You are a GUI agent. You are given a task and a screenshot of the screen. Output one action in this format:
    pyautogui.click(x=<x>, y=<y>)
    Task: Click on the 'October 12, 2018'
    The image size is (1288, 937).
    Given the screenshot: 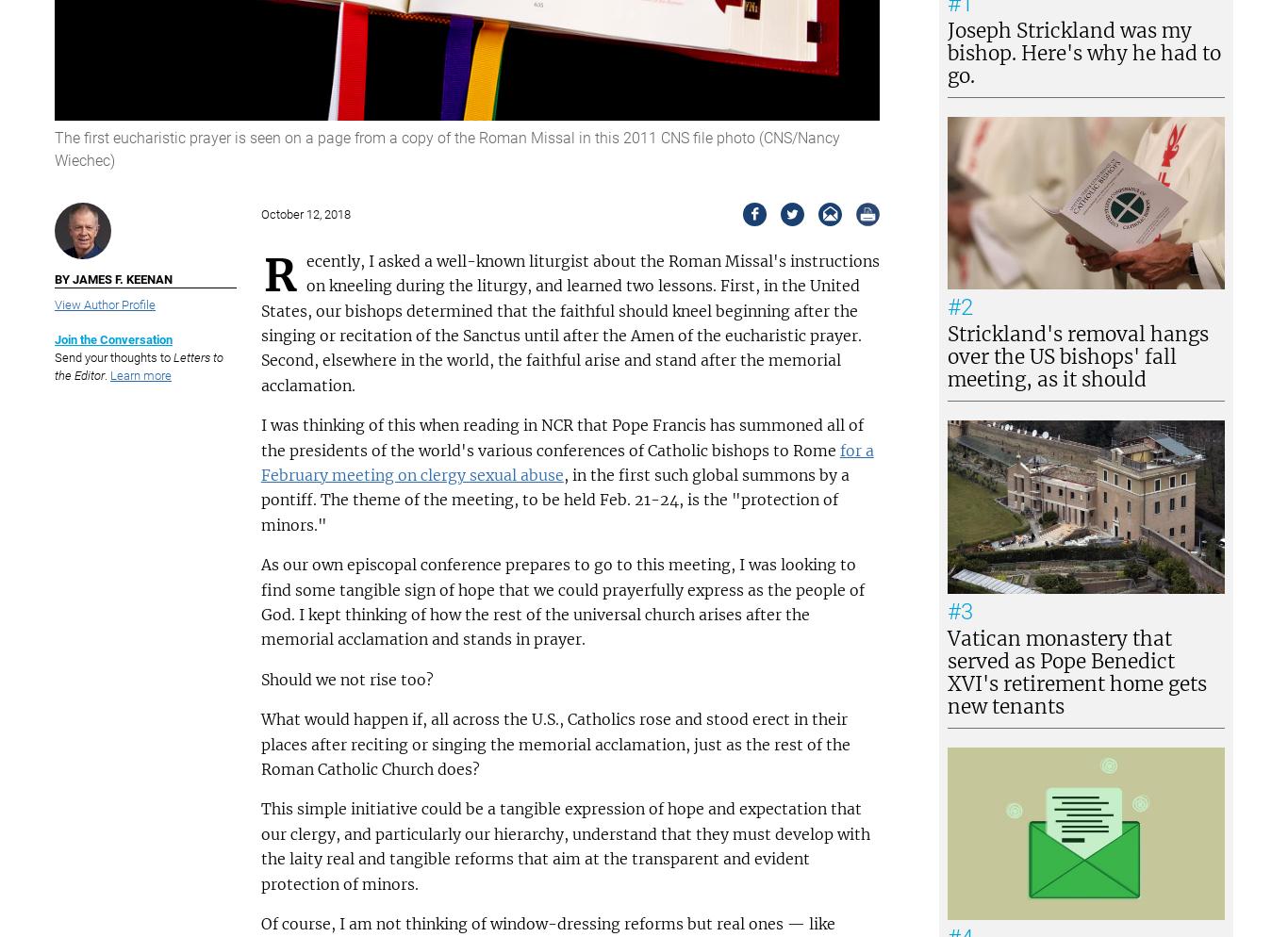 What is the action you would take?
    pyautogui.click(x=305, y=213)
    